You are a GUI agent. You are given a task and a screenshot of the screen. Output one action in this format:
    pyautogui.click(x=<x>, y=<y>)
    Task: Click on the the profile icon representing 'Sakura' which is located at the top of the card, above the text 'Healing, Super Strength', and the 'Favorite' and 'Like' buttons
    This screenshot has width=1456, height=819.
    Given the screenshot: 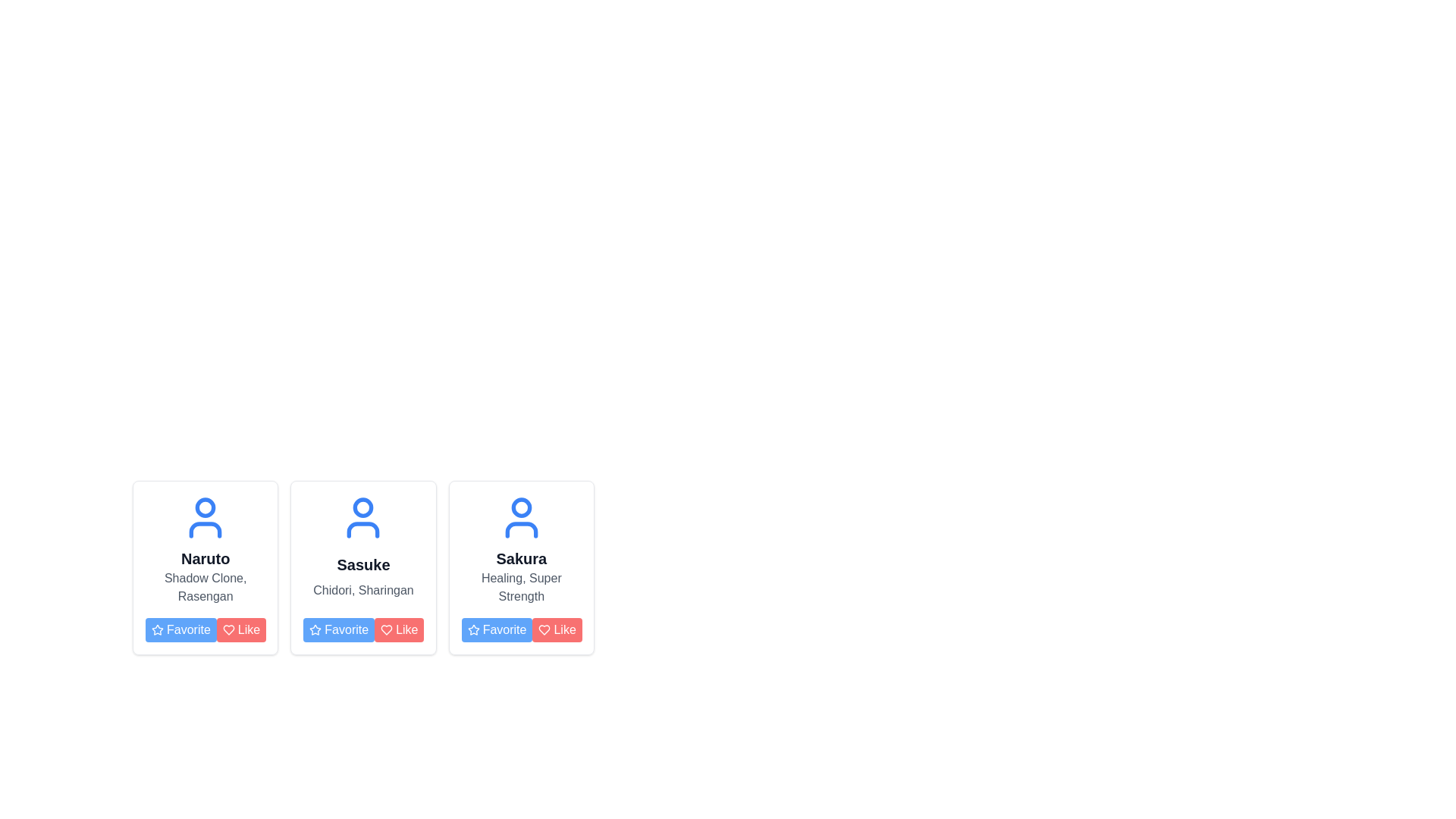 What is the action you would take?
    pyautogui.click(x=521, y=516)
    